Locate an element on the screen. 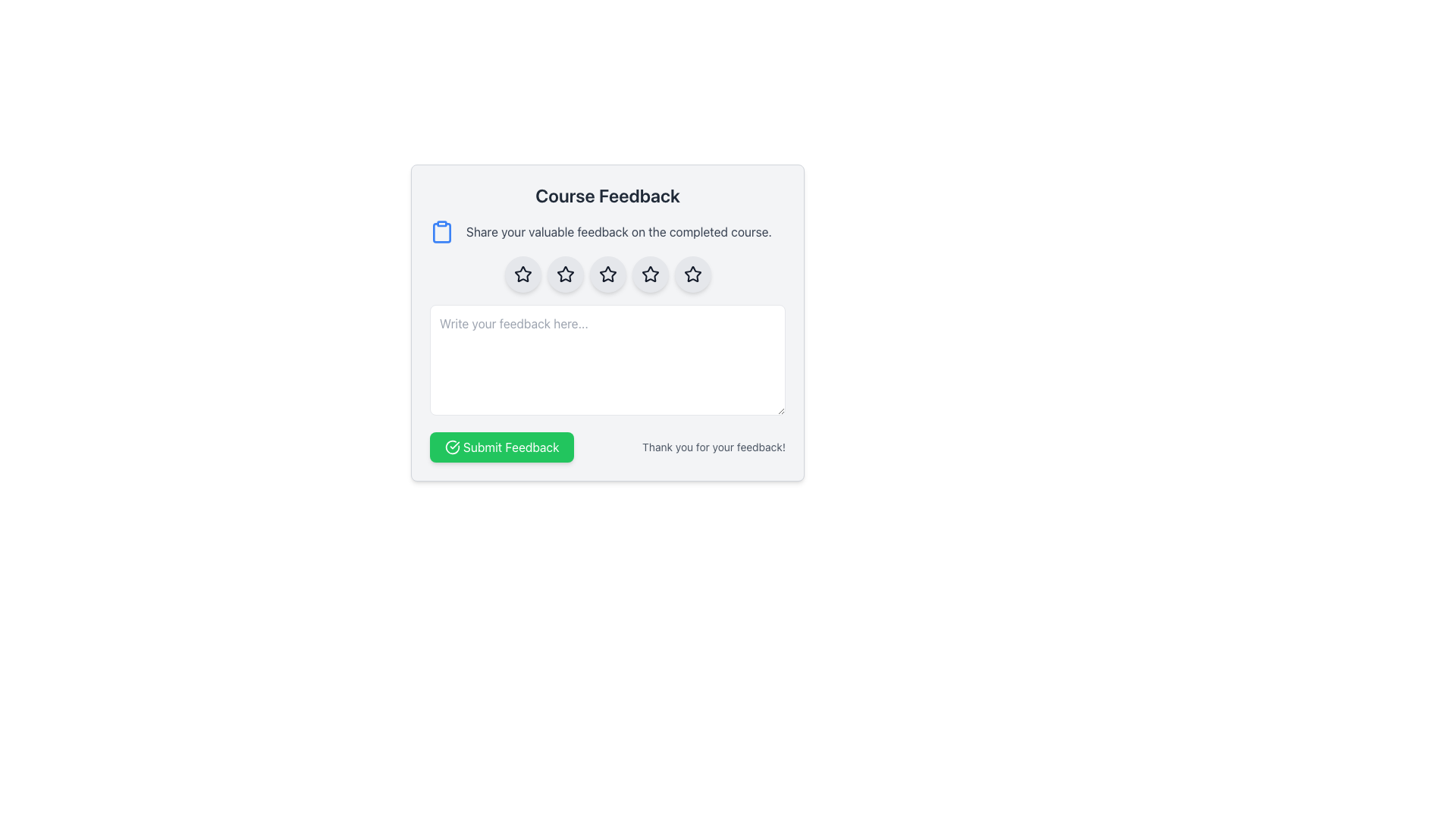  the 'Submit Feedback' button that contains a small circular icon with a checkmark on its left side is located at coordinates (451, 447).